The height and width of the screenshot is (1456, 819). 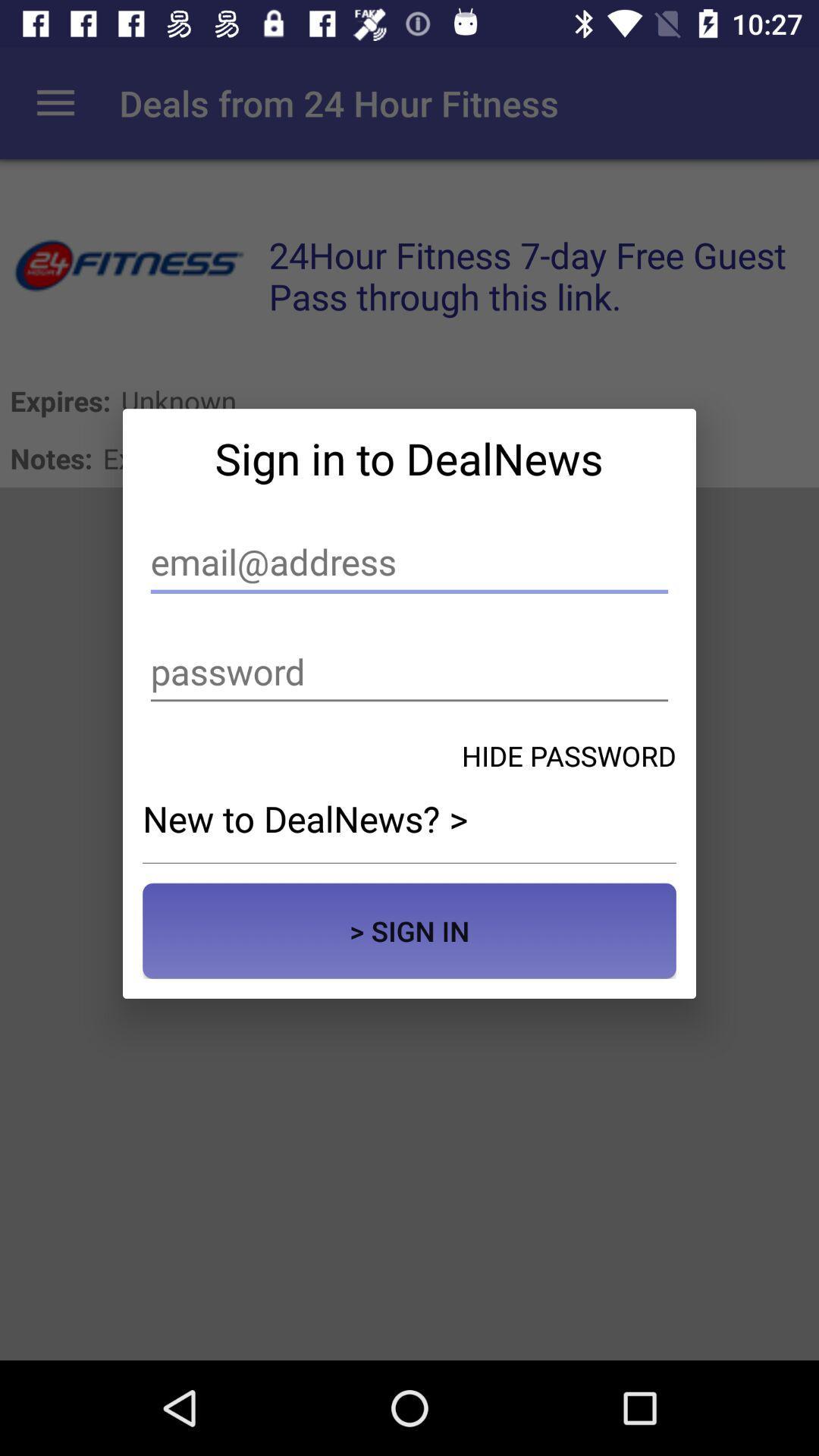 I want to click on put your password, so click(x=409, y=671).